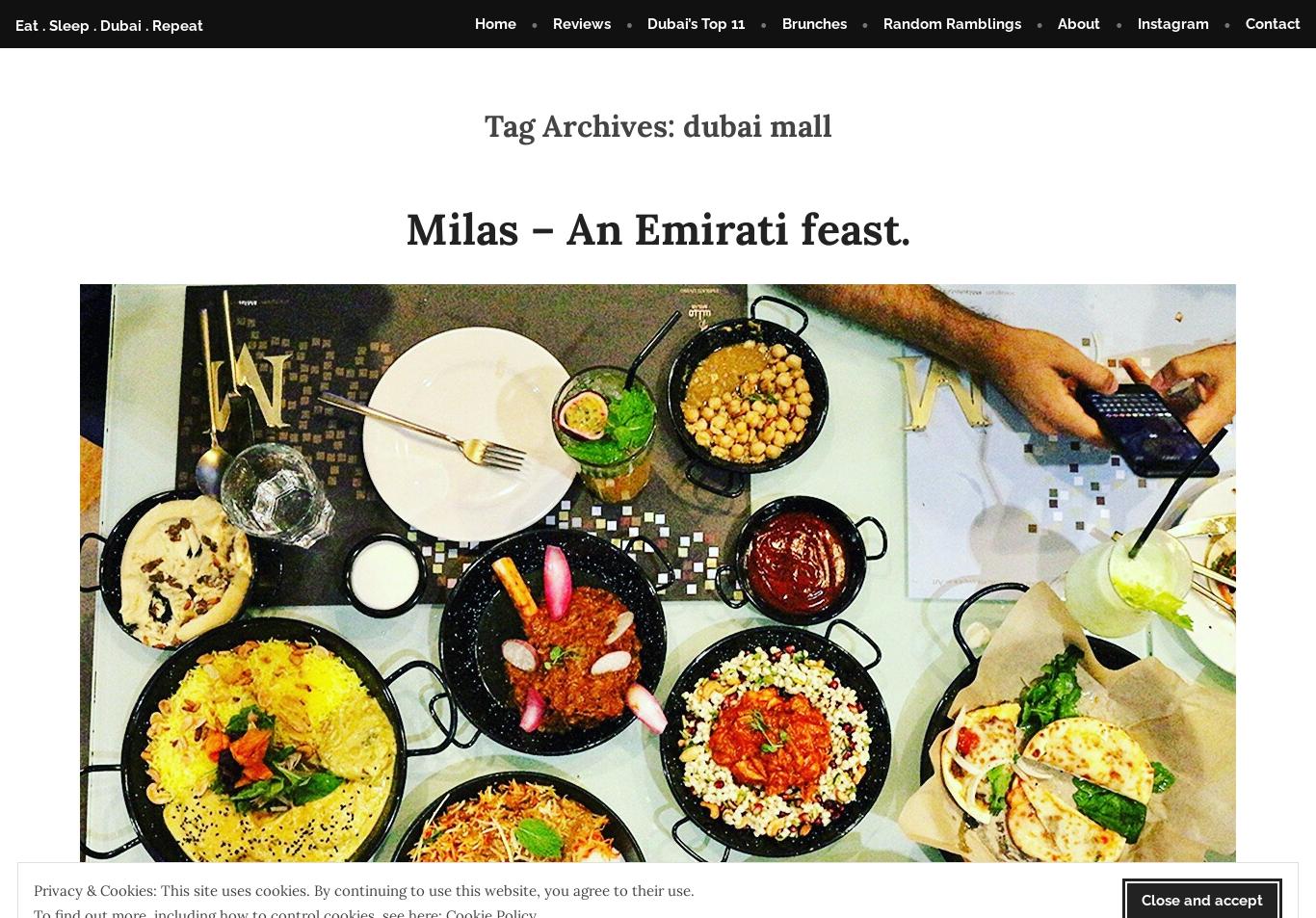  I want to click on 'Eat  .  Sleep  .  Dubai   .  Repeat', so click(109, 24).